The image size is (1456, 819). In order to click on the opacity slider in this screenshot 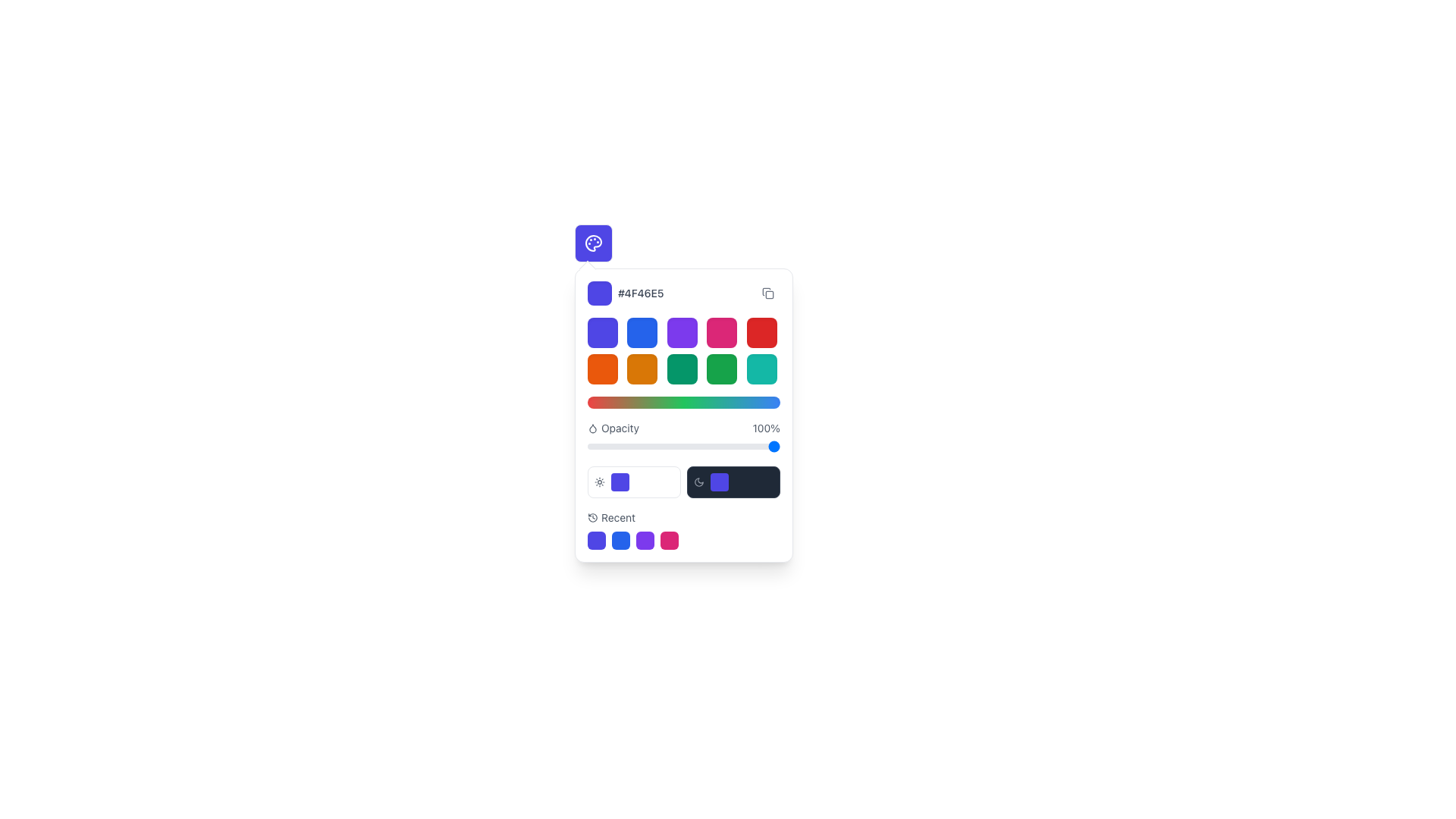, I will do `click(732, 446)`.